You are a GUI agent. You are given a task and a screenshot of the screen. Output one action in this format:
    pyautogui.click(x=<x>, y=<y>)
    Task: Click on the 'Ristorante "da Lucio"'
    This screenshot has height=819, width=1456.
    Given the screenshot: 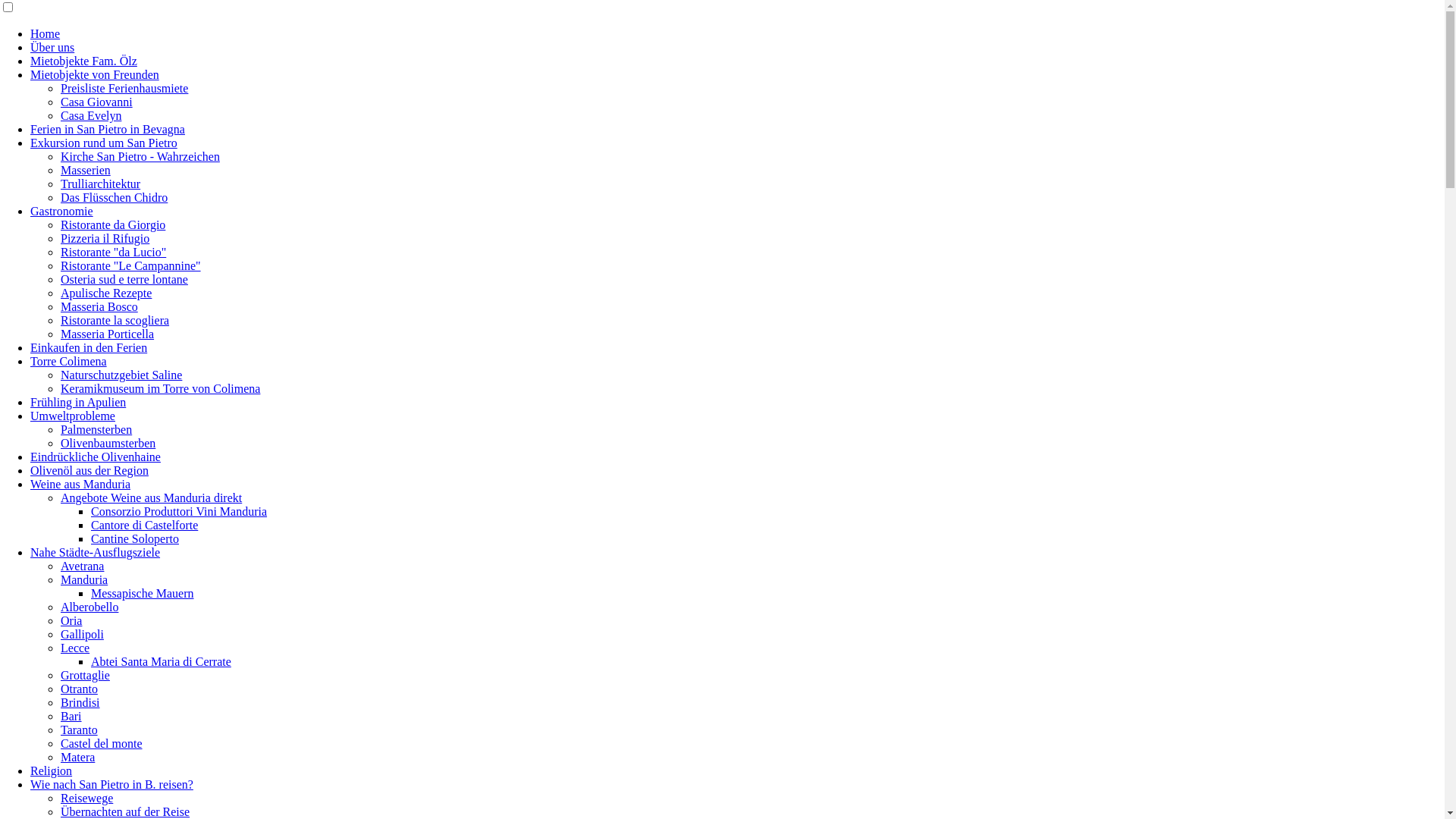 What is the action you would take?
    pyautogui.click(x=61, y=251)
    